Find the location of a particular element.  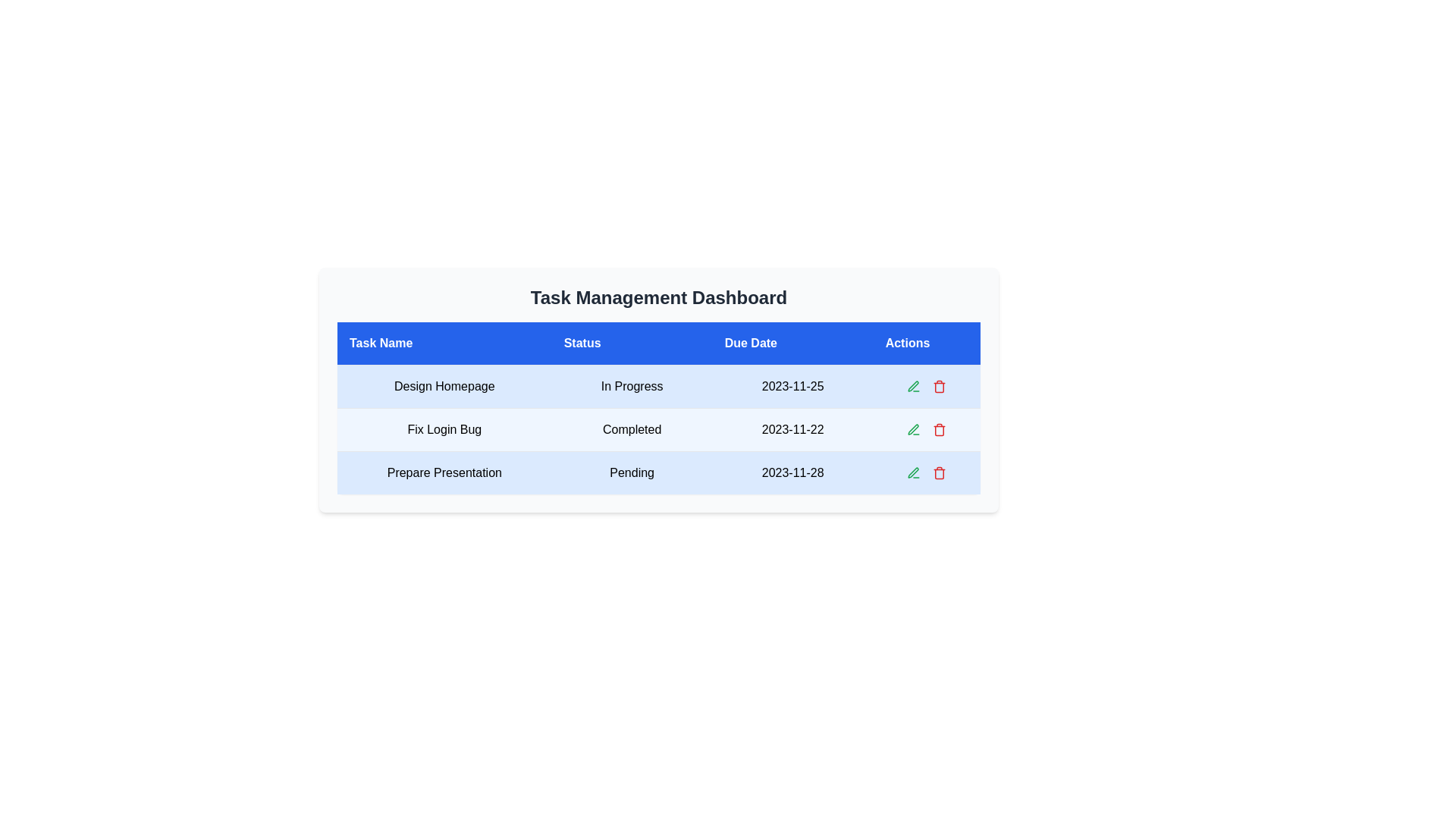

the 'Pending' text label in the second cell of the 'Prepare Presentation' row in the 'Status' column, which is displayed in black on a light blue background is located at coordinates (632, 472).